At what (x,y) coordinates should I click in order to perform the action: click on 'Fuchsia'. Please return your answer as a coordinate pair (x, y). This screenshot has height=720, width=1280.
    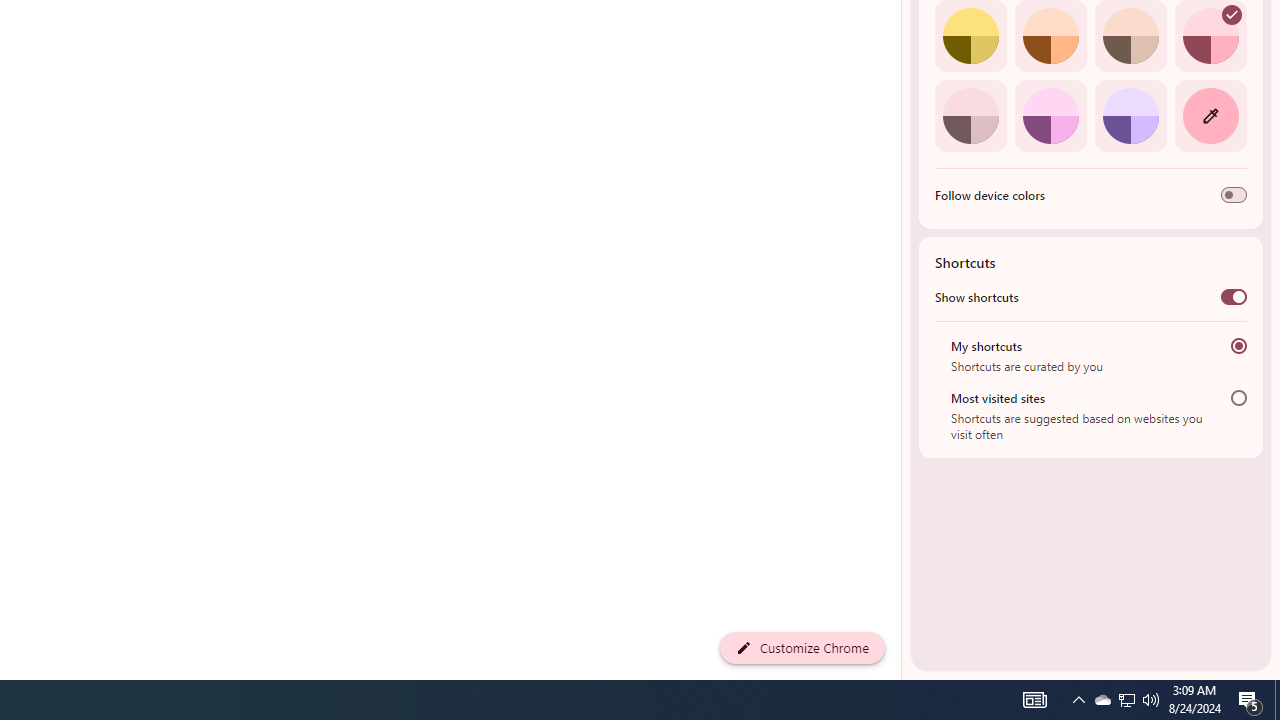
    Looking at the image, I should click on (1049, 115).